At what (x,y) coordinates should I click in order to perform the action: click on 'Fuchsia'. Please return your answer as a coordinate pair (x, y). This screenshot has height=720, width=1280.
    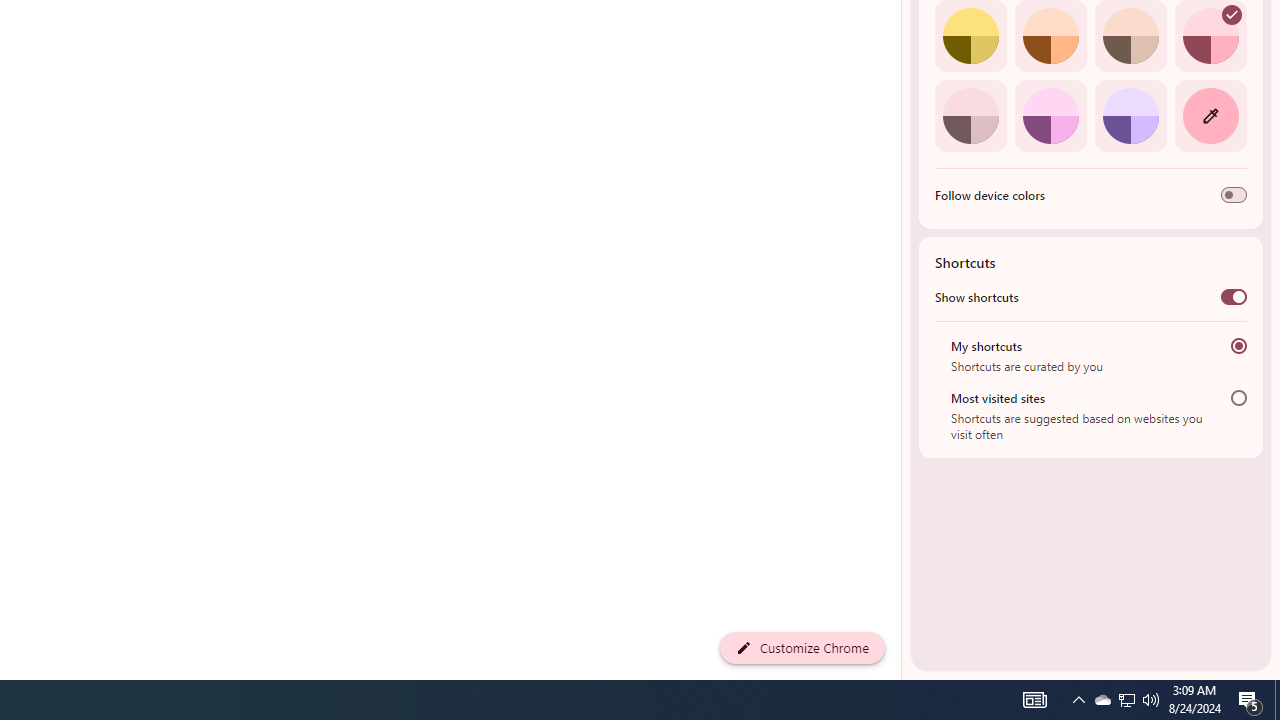
    Looking at the image, I should click on (1049, 115).